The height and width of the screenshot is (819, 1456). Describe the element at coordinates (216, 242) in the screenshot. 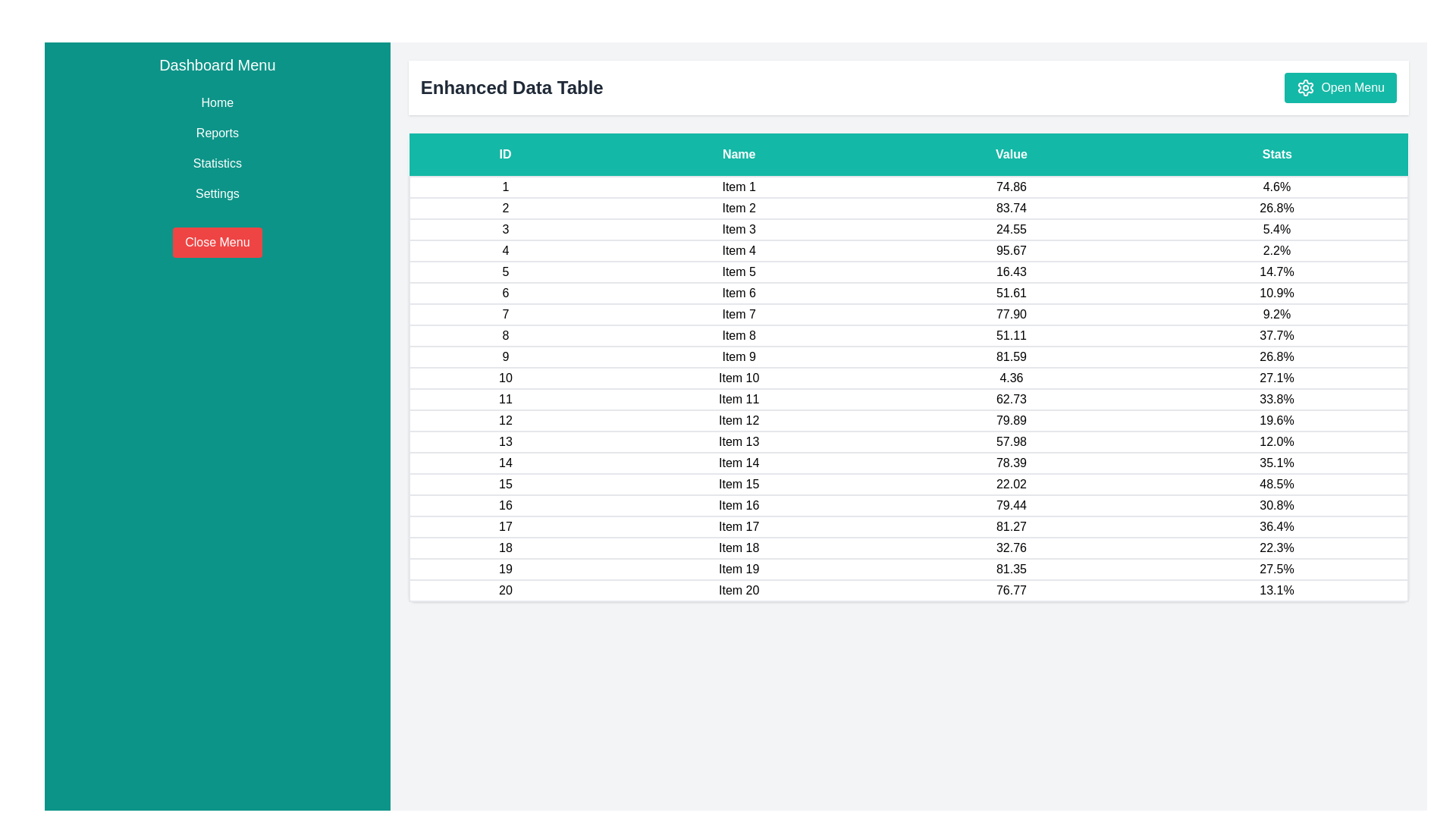

I see `the 'Close Menu' button to hide the sidebar` at that location.